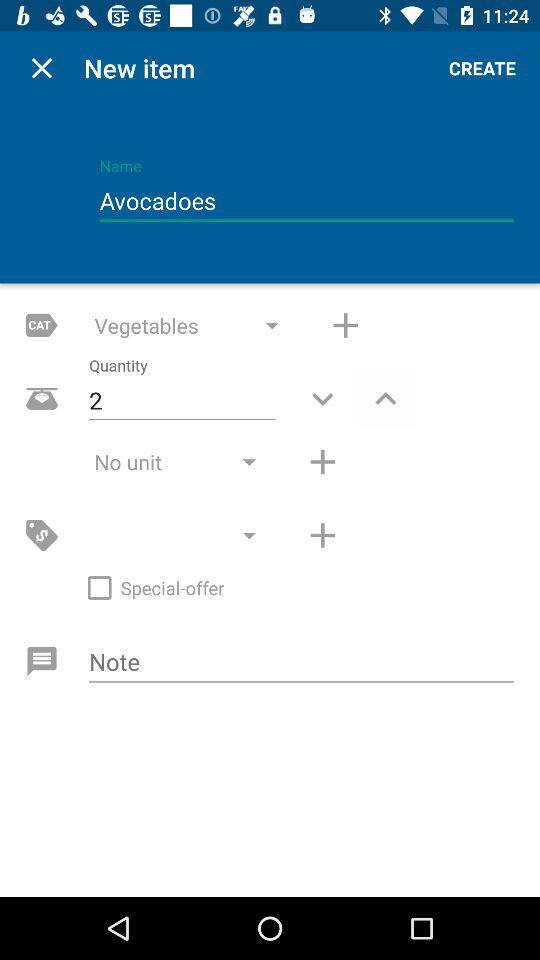 The height and width of the screenshot is (960, 540). I want to click on the add icon, so click(322, 534).